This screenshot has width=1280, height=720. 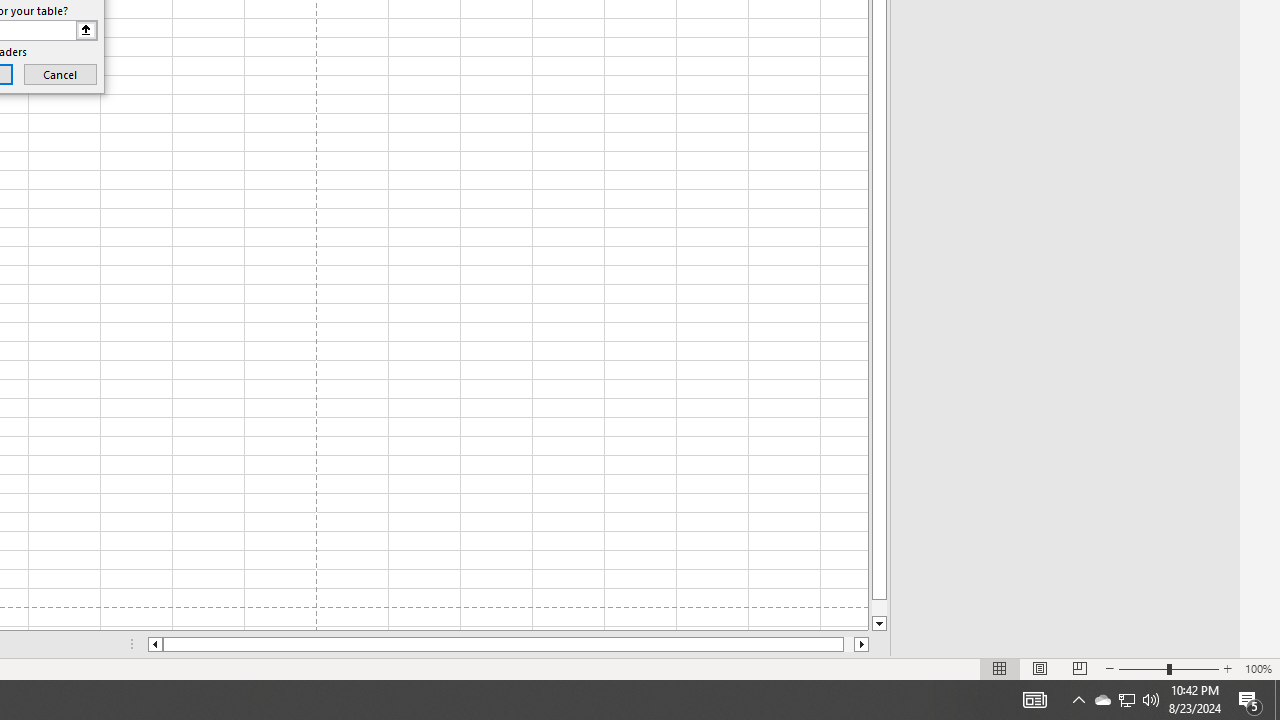 What do you see at coordinates (1000, 669) in the screenshot?
I see `'Normal'` at bounding box center [1000, 669].